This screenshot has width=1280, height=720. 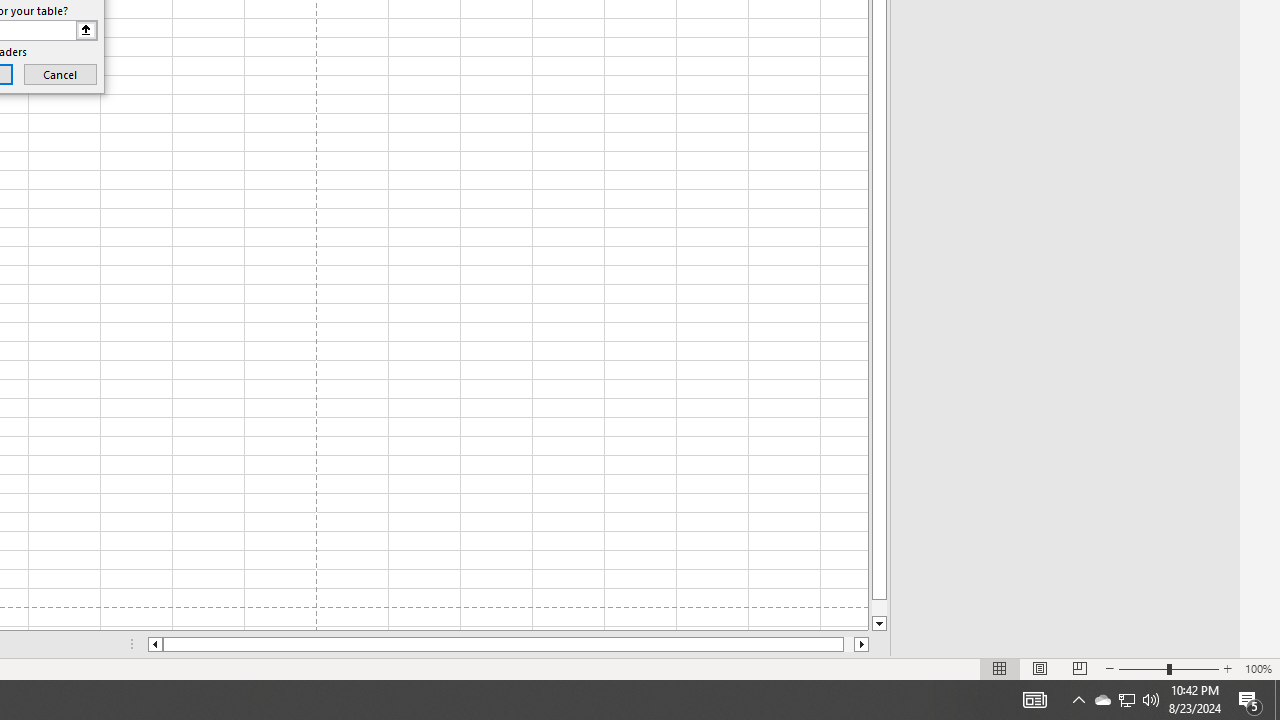 What do you see at coordinates (1000, 669) in the screenshot?
I see `'Normal'` at bounding box center [1000, 669].